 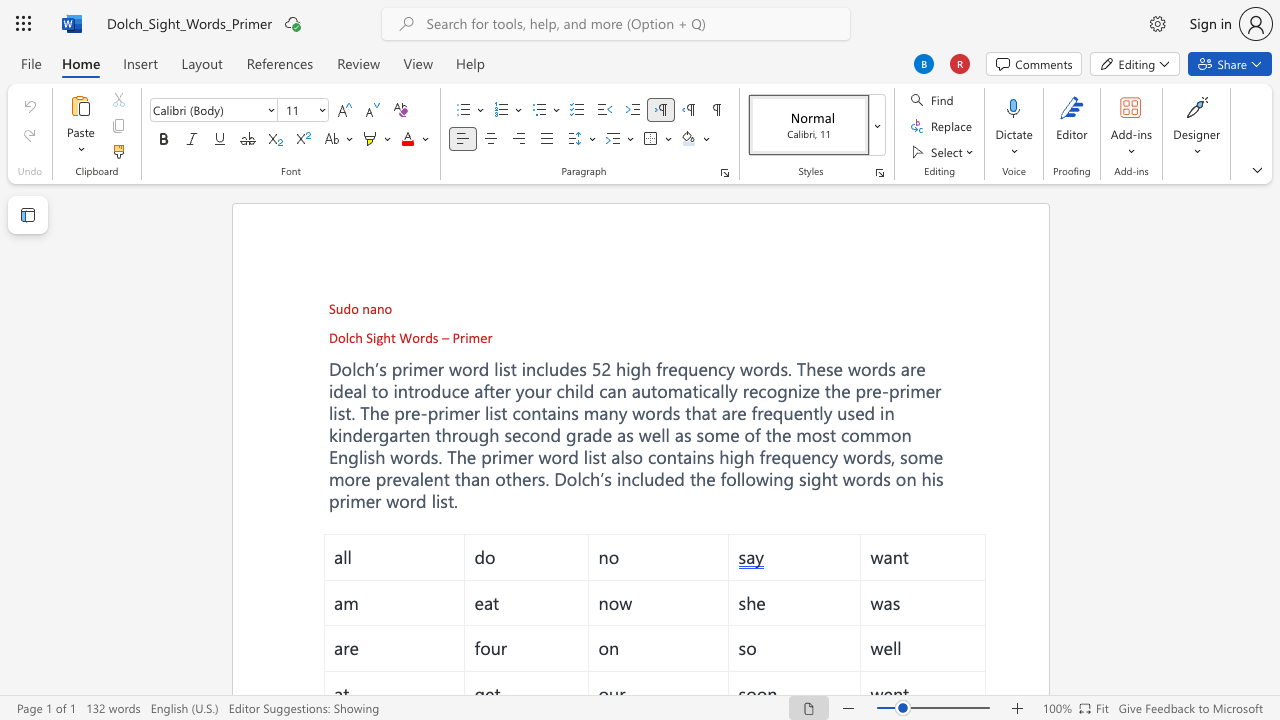 I want to click on the subset text "g sight word" within the text "high frequency words, some more prevalent than others. Dolch’s included the following sight words on his primer word list.", so click(x=782, y=479).